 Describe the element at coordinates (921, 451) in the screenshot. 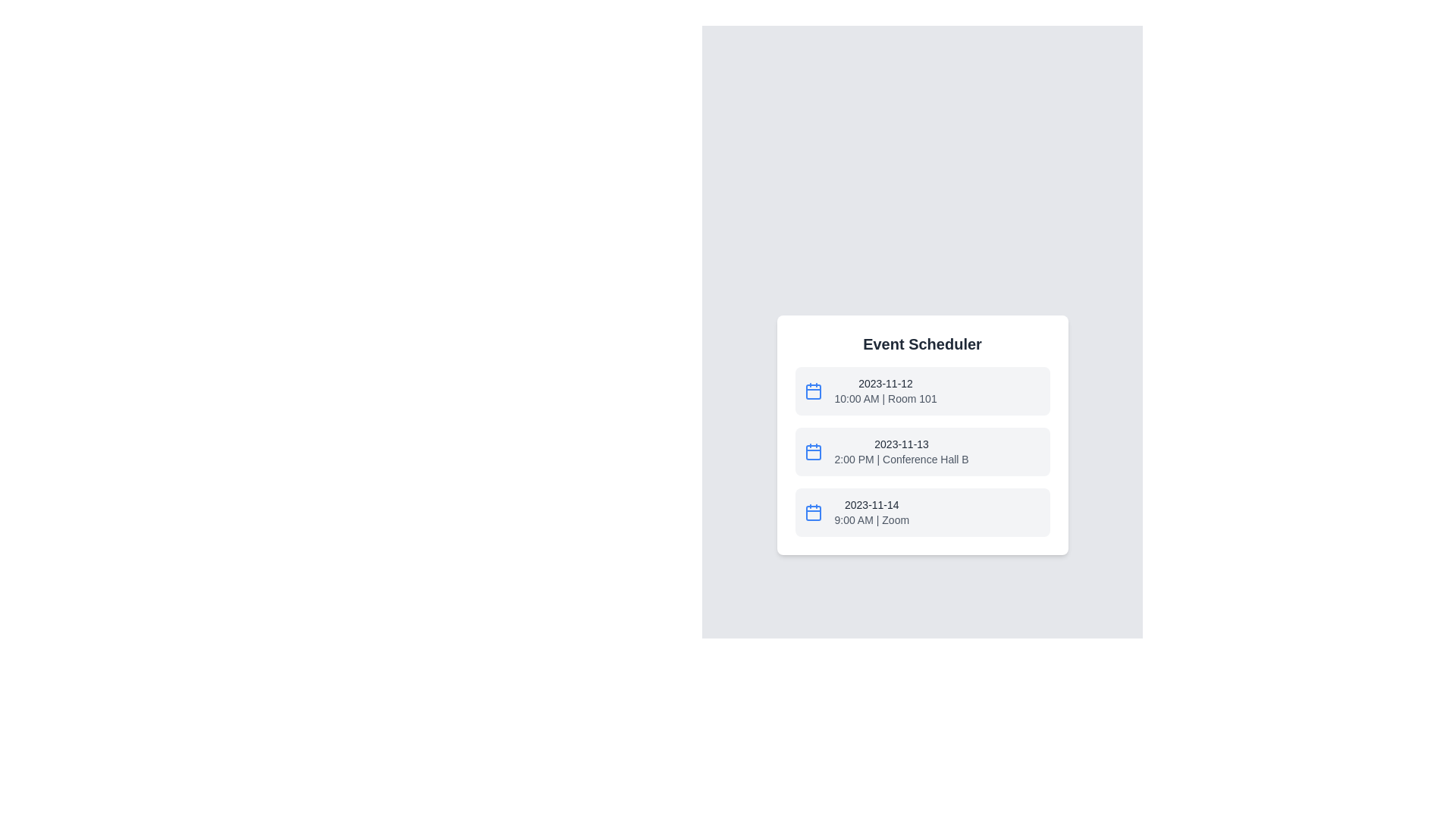

I see `the second calendar event box, which has a light gray background, a blue calendar icon on the left, and contains a bold date and time-location string` at that location.